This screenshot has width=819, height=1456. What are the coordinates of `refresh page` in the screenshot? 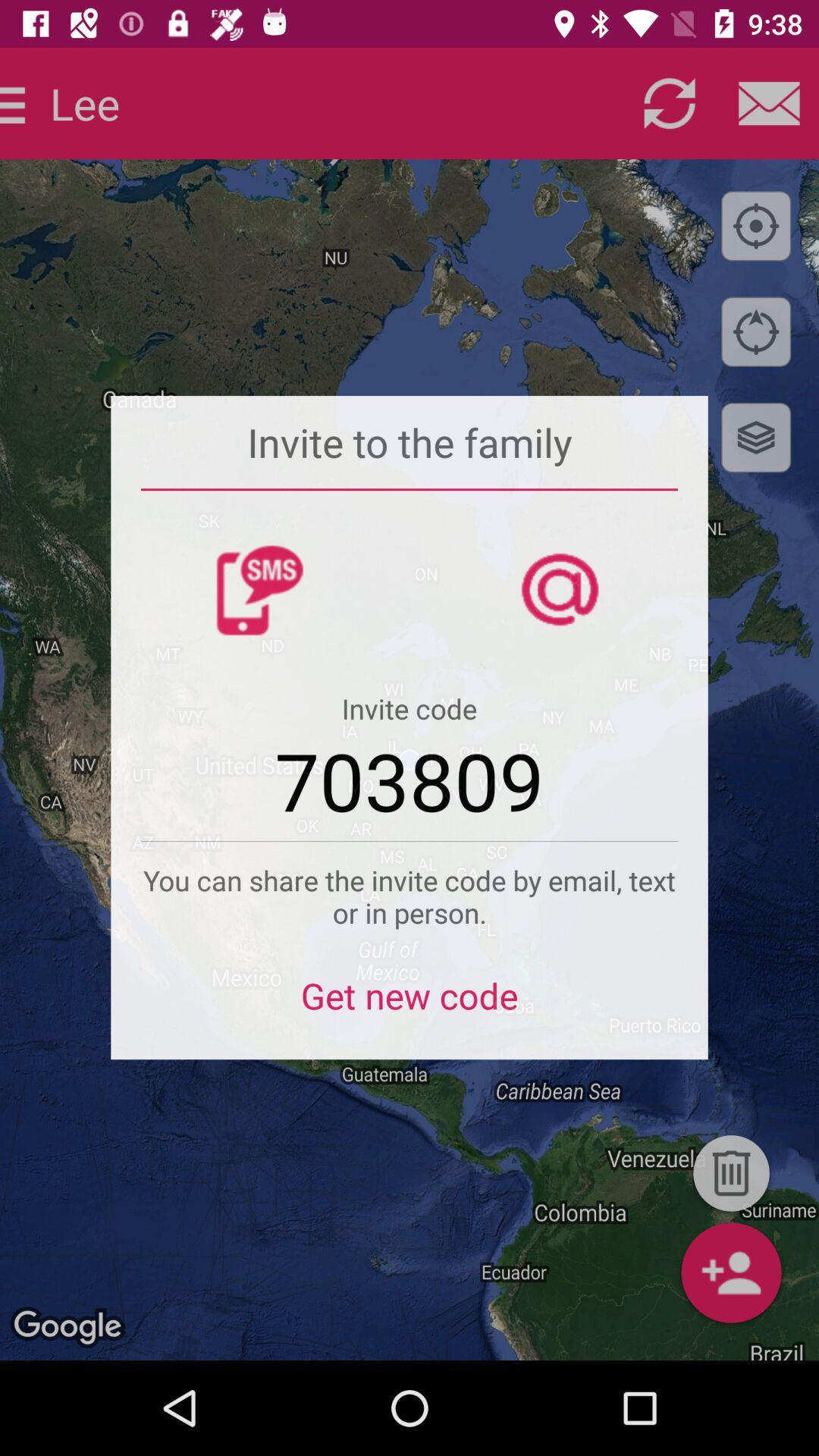 It's located at (669, 102).